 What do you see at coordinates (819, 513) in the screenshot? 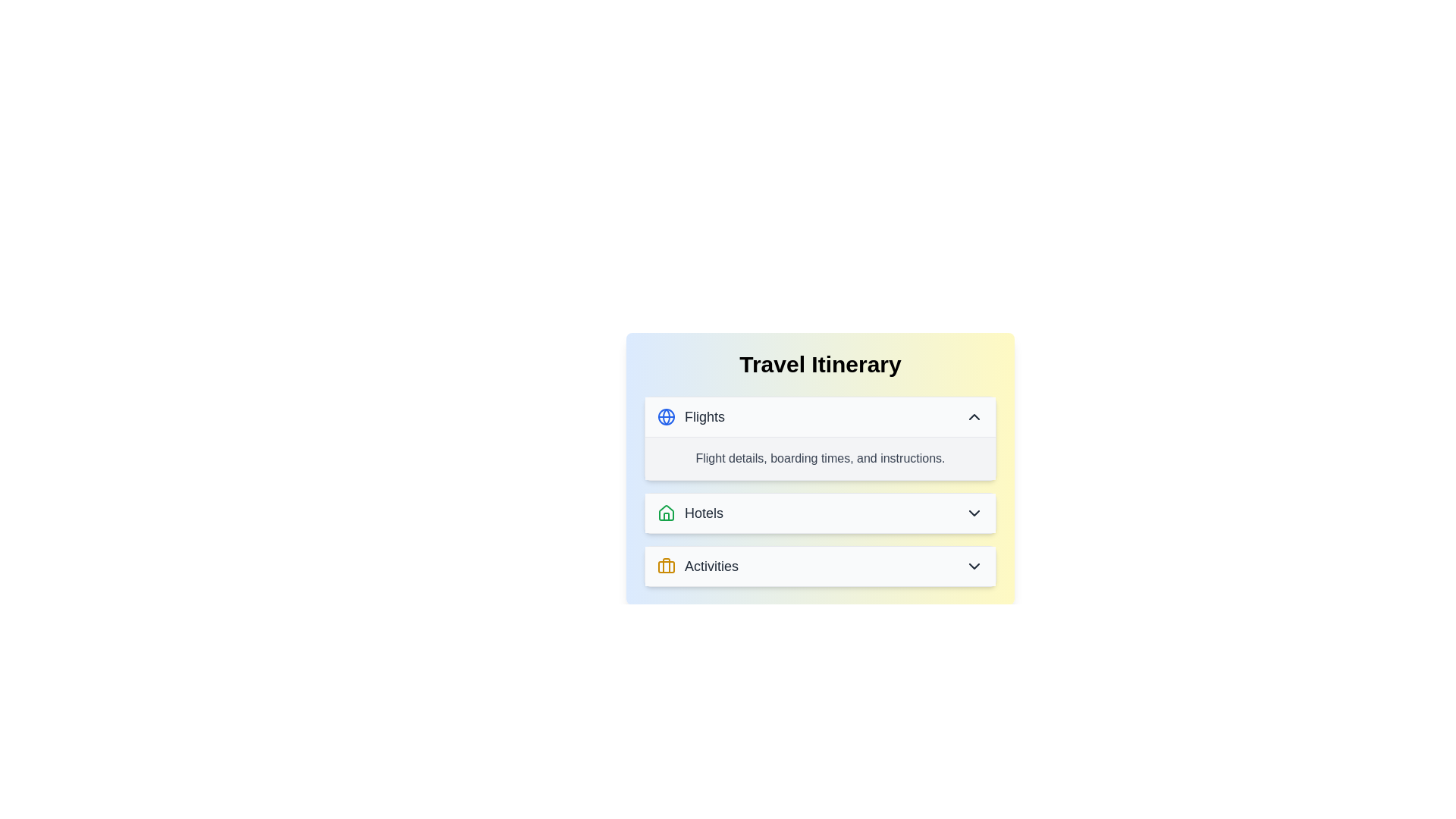
I see `the interactive dropdown menu button located between the 'Flights' and 'Activities' options` at bounding box center [819, 513].